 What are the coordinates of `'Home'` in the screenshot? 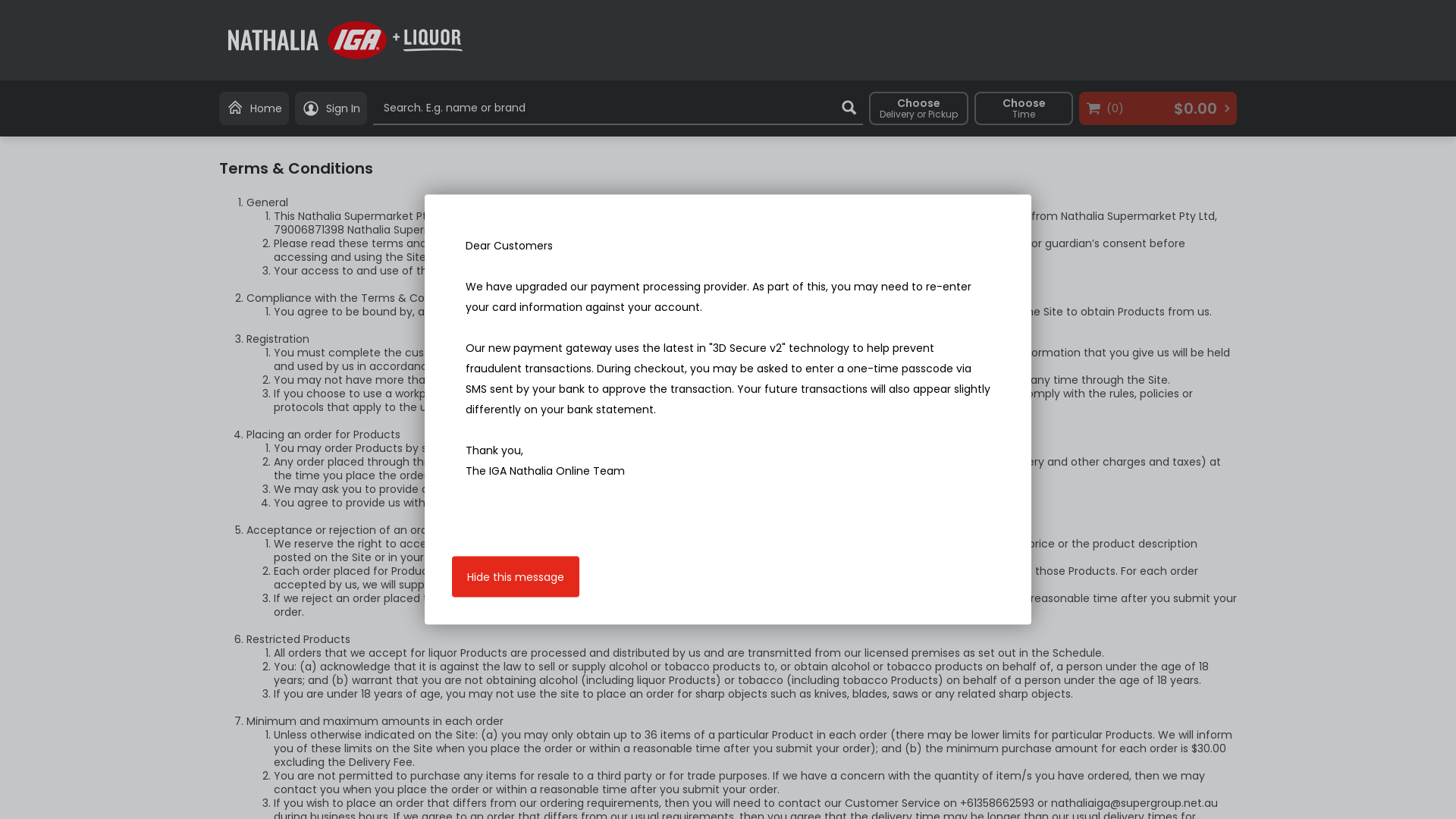 It's located at (254, 107).